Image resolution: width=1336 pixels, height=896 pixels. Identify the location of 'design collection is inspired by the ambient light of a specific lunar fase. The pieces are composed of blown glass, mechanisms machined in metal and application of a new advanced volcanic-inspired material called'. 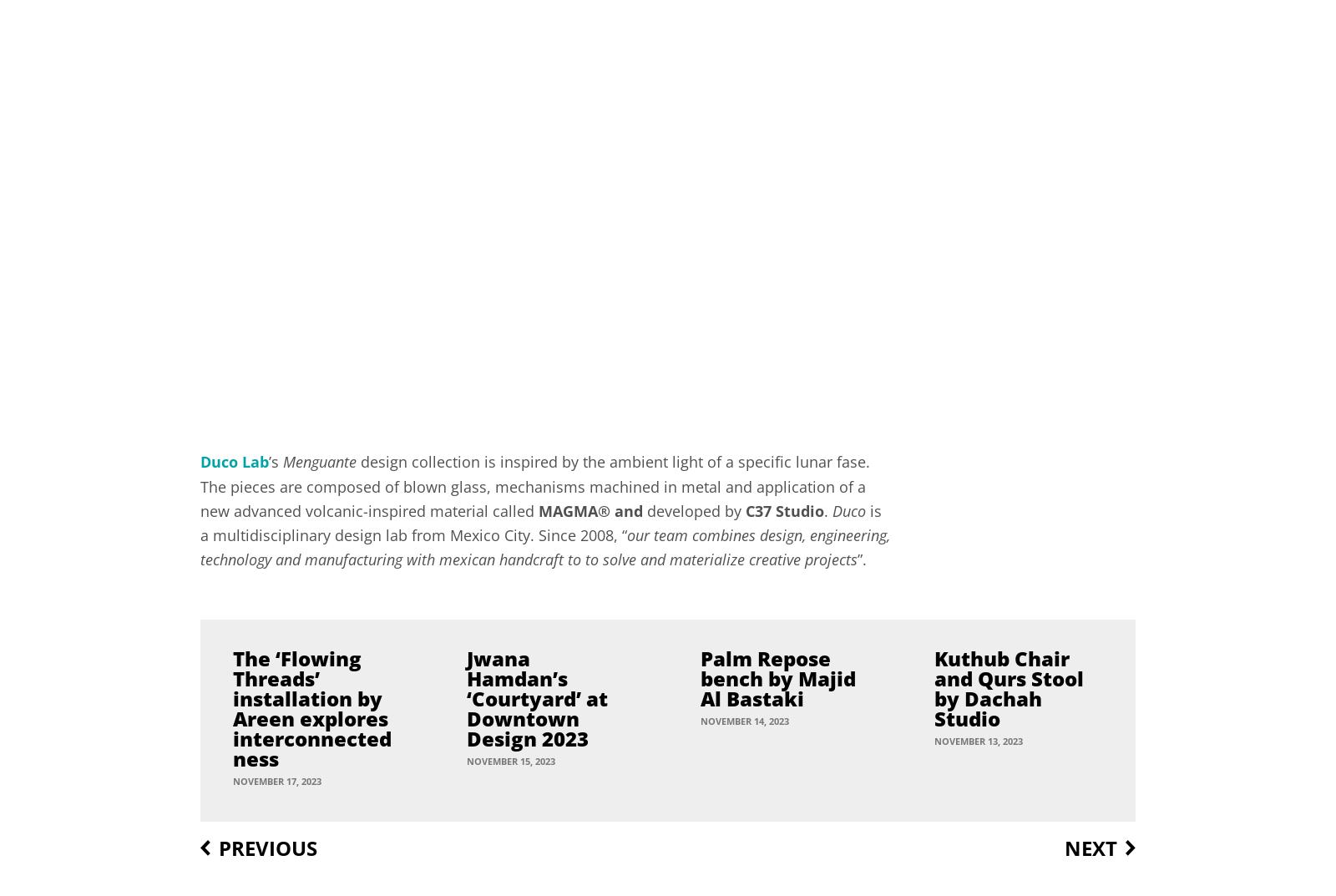
(200, 485).